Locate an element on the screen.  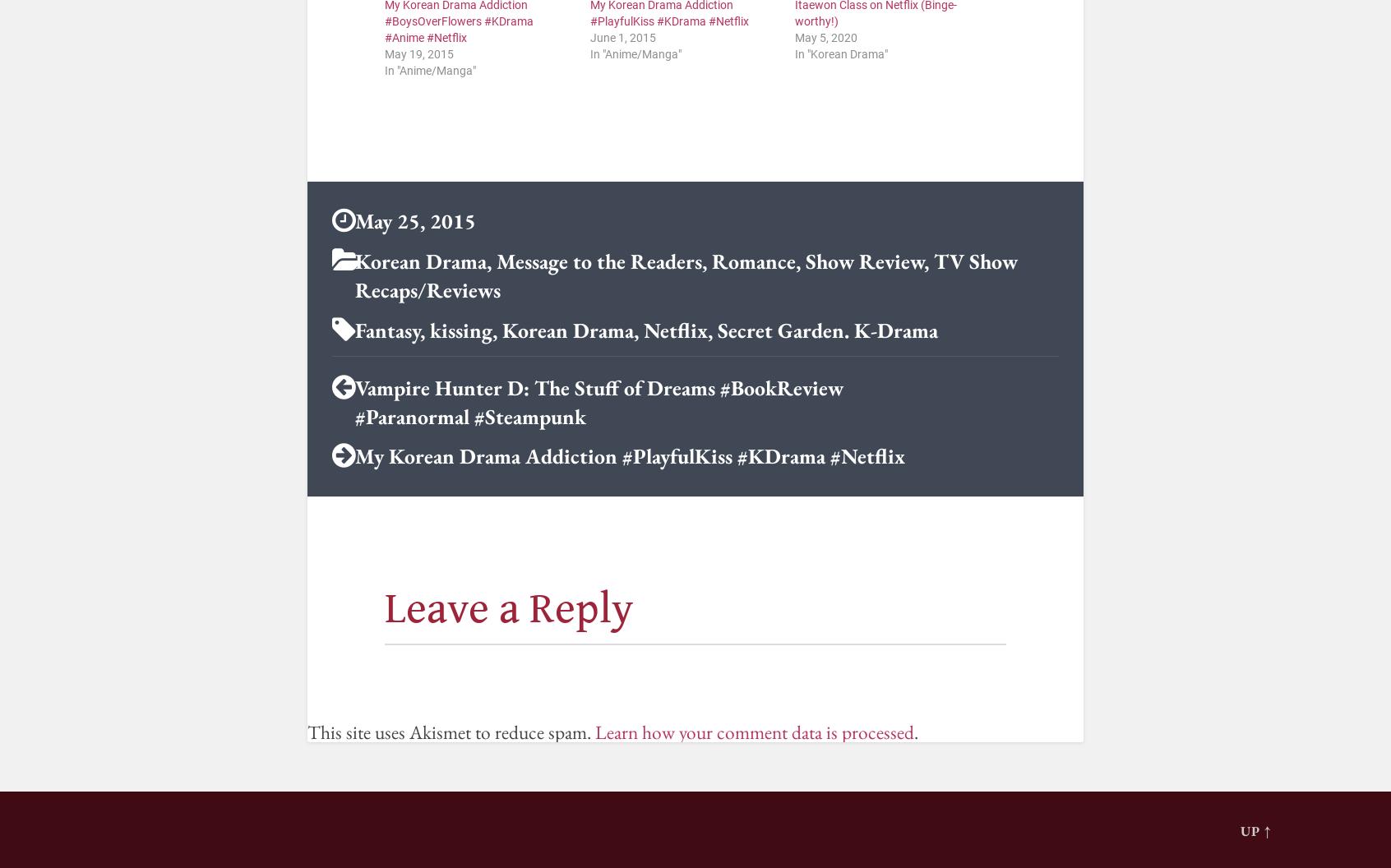
'Vampire Hunter D: The Stuff of Dreams #BookReview #Paranormal #Steampunk' is located at coordinates (598, 400).